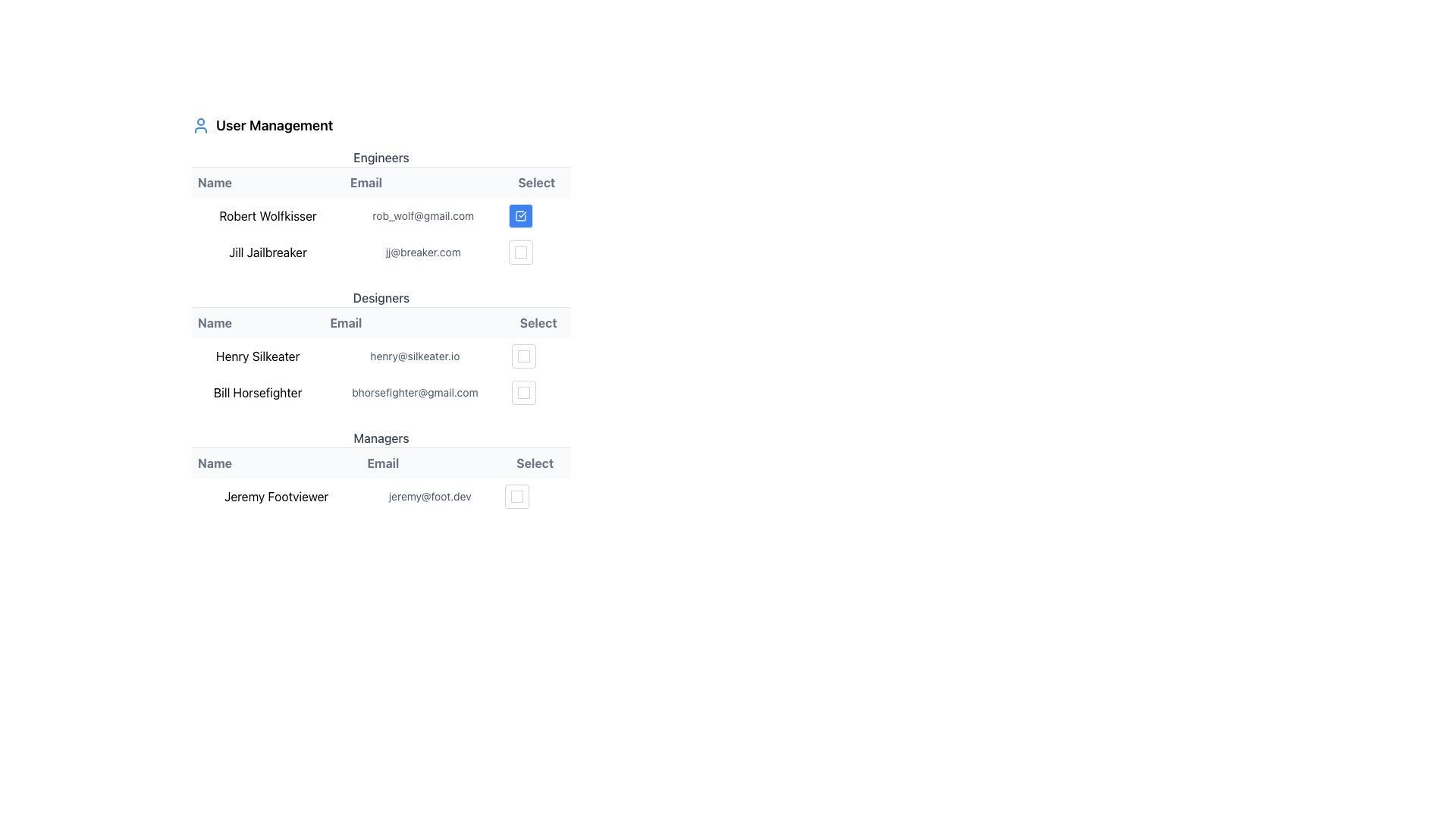 The width and height of the screenshot is (1456, 819). Describe the element at coordinates (381, 356) in the screenshot. I see `the first row in the 'Designers' section of the user management interface that displays details for 'Henry Silkeater'` at that location.